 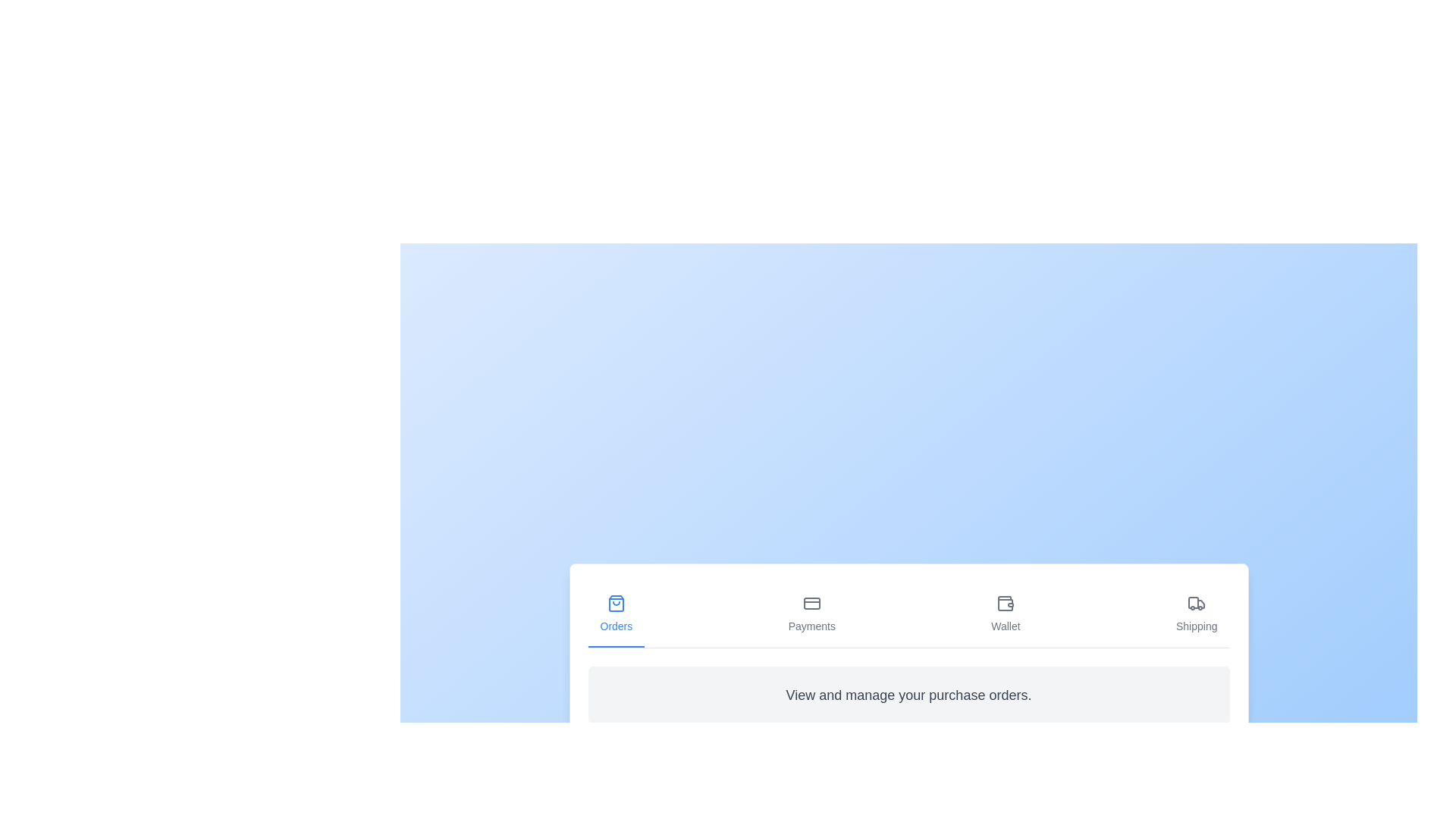 What do you see at coordinates (616, 602) in the screenshot?
I see `the shopping bag icon located at the top left of the 'Orders' tab` at bounding box center [616, 602].